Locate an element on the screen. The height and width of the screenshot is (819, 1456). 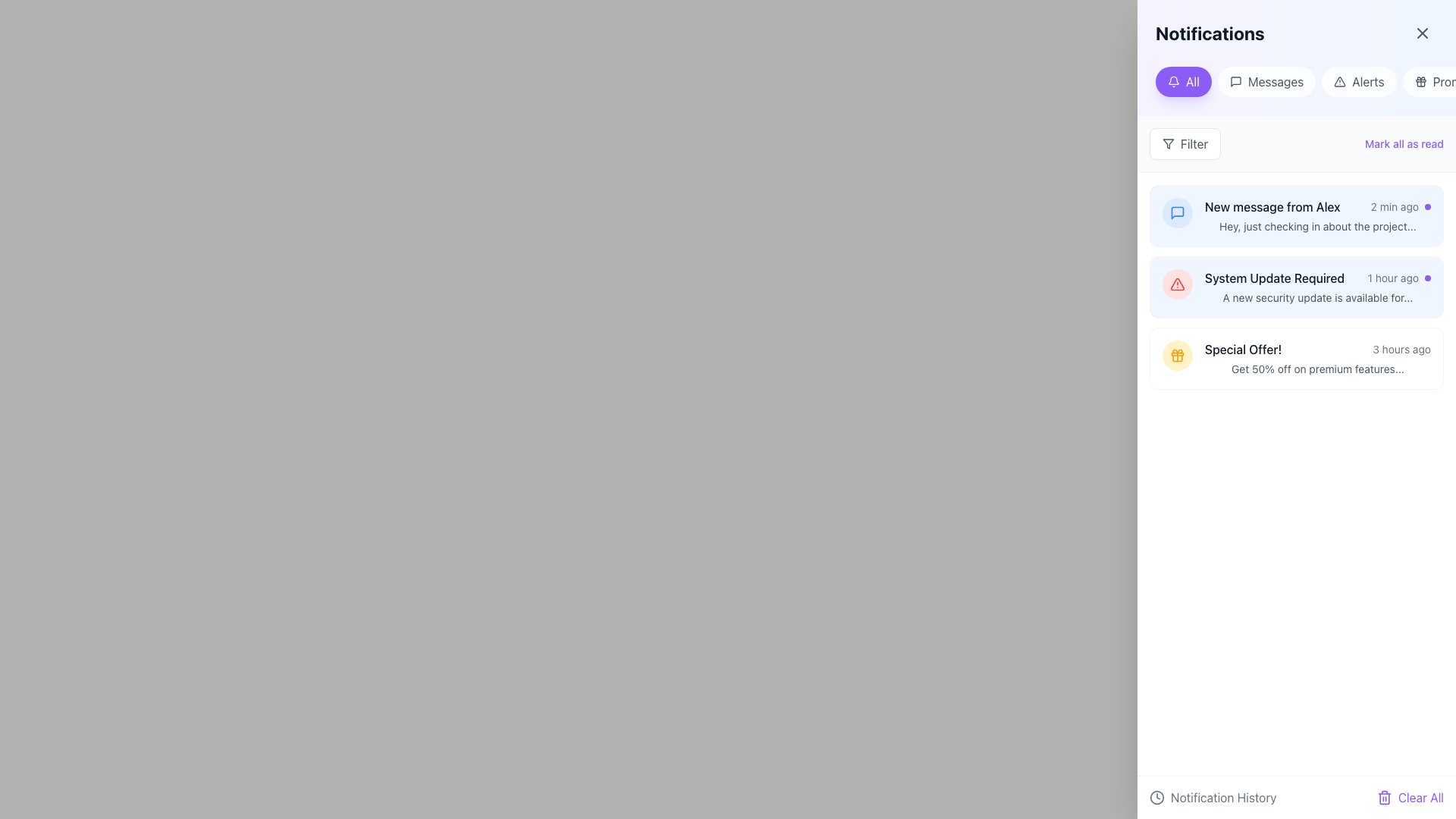
the second tab in the segmented tabs group that filters messages-related notifications, located below the 'Notifications' header is located at coordinates (1295, 82).